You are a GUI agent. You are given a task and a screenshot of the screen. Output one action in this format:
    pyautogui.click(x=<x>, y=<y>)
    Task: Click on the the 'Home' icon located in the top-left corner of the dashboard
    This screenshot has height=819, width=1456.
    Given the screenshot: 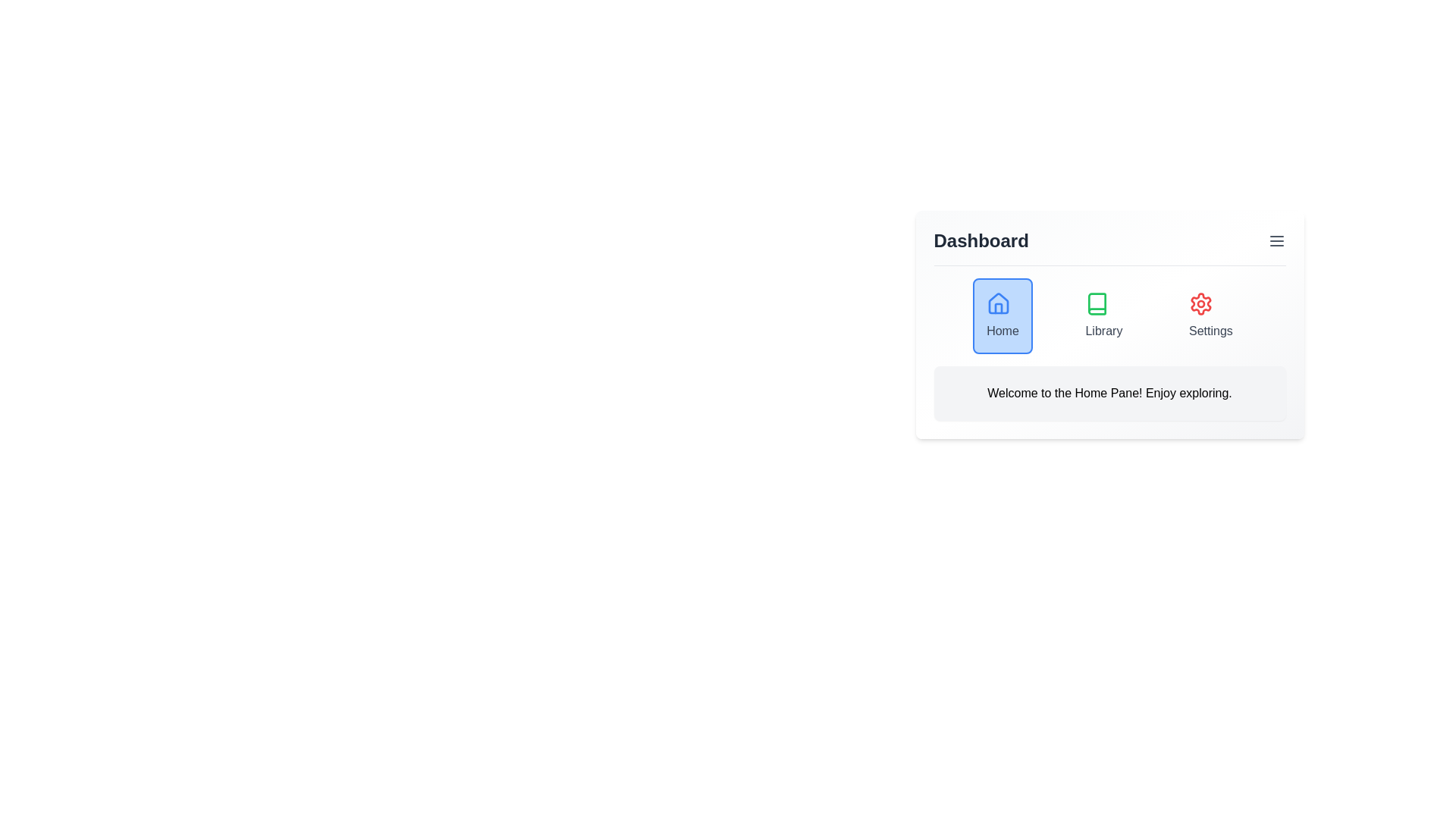 What is the action you would take?
    pyautogui.click(x=998, y=304)
    